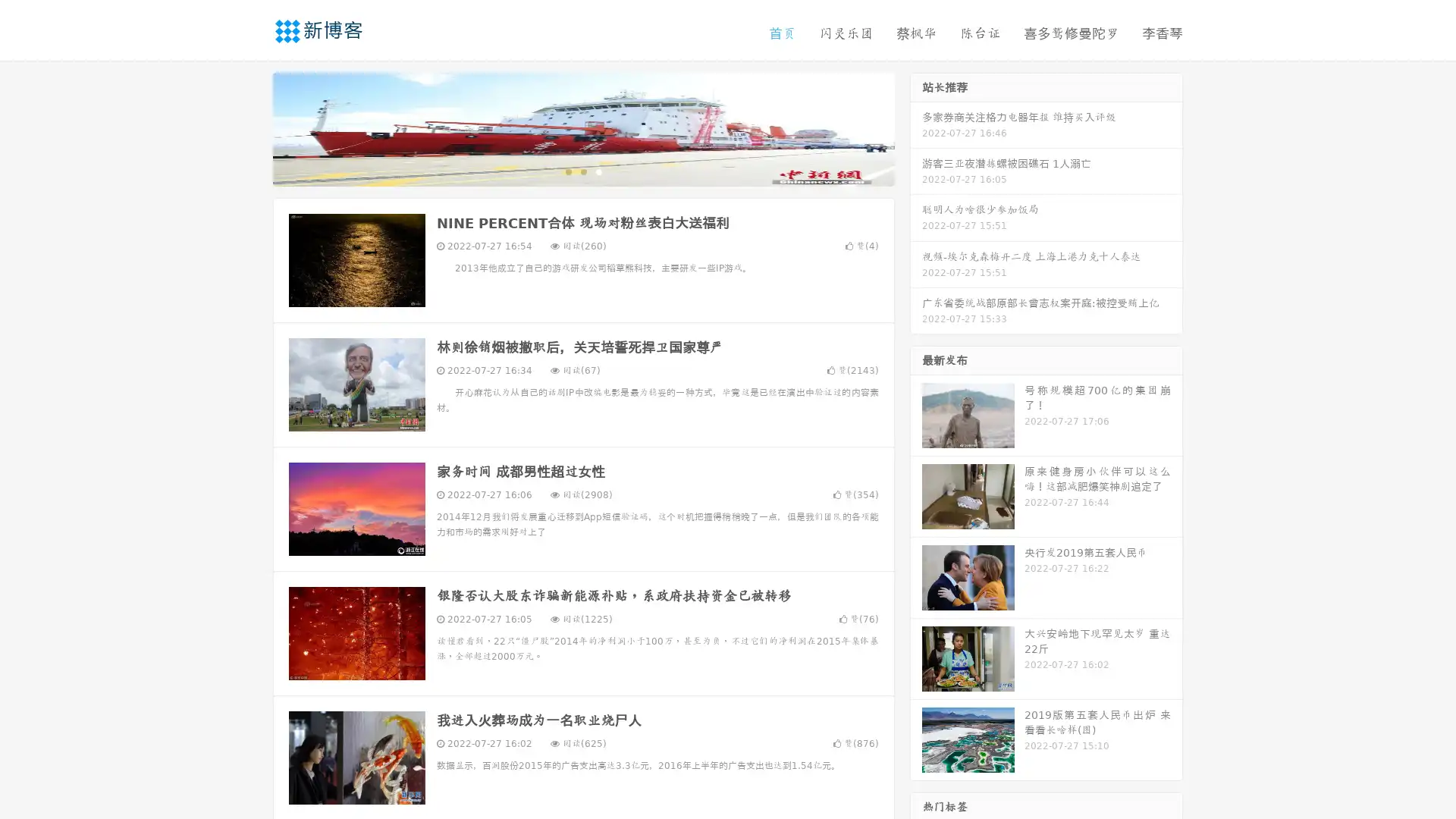 This screenshot has width=1456, height=819. Describe the element at coordinates (598, 171) in the screenshot. I see `Go to slide 3` at that location.